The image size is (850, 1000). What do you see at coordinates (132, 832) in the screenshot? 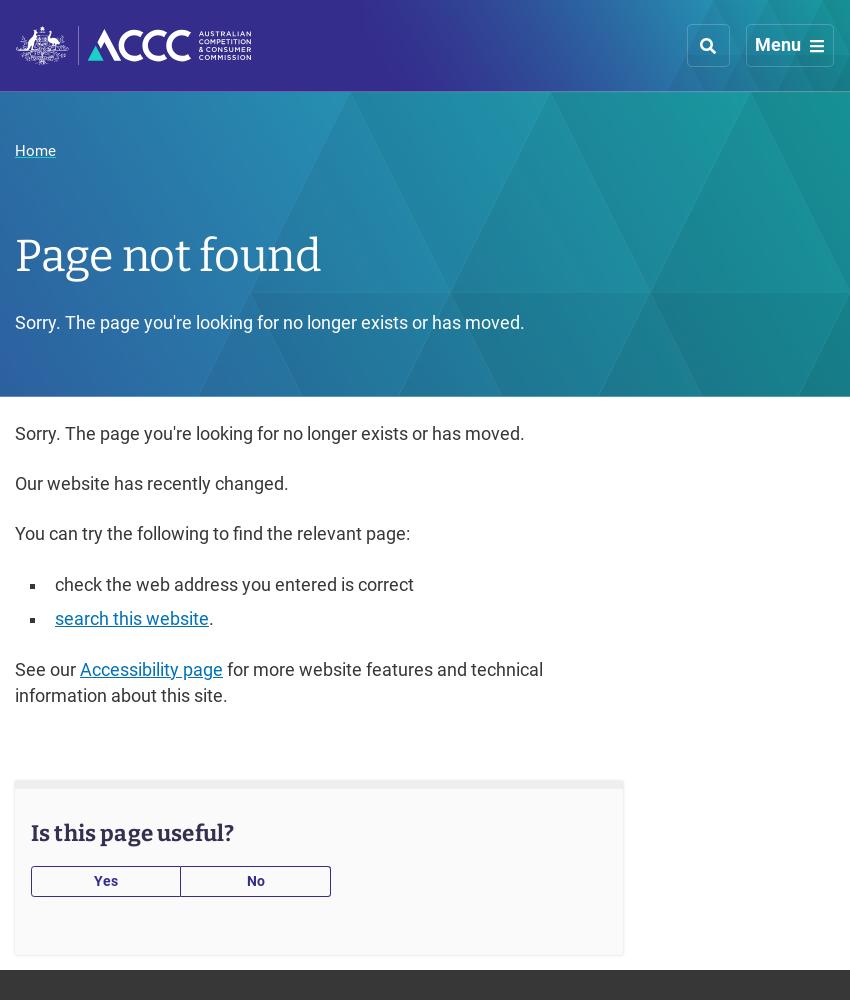
I see `'Is this page useful?'` at bounding box center [132, 832].